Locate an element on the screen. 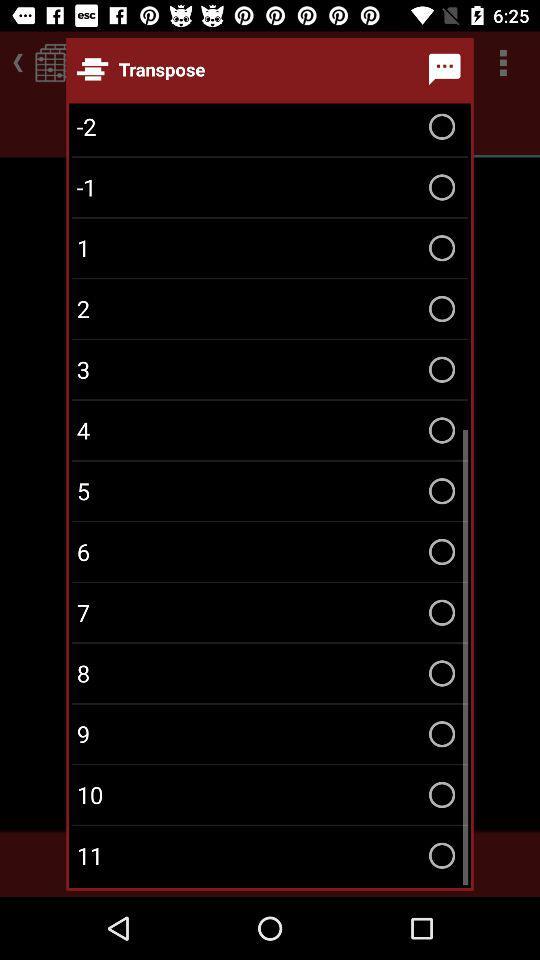  6 item is located at coordinates (270, 552).